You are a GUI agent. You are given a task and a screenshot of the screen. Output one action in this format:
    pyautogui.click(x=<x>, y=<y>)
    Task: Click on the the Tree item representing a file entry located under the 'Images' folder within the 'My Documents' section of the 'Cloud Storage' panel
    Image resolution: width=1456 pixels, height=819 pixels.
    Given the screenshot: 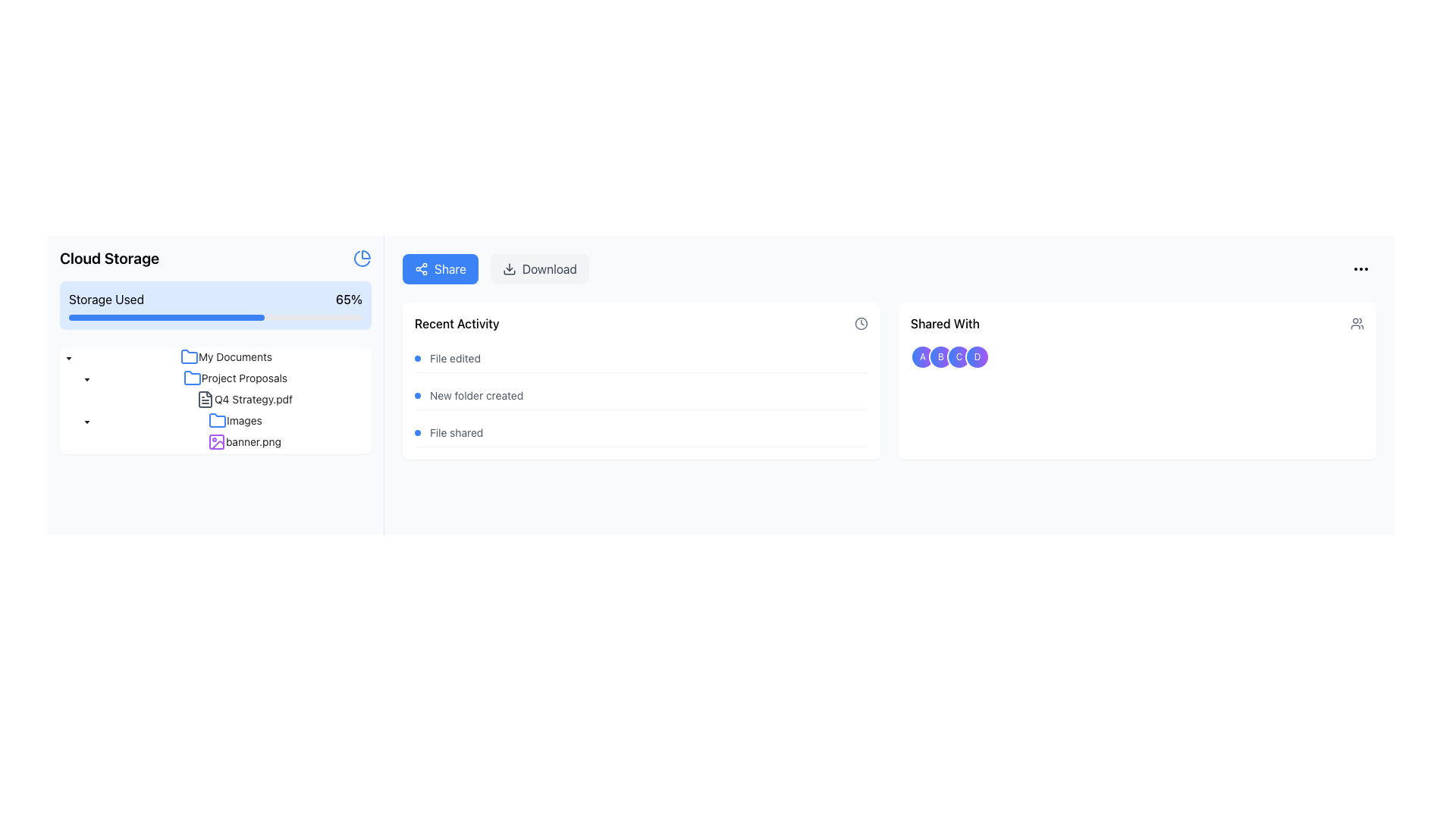 What is the action you would take?
    pyautogui.click(x=215, y=441)
    